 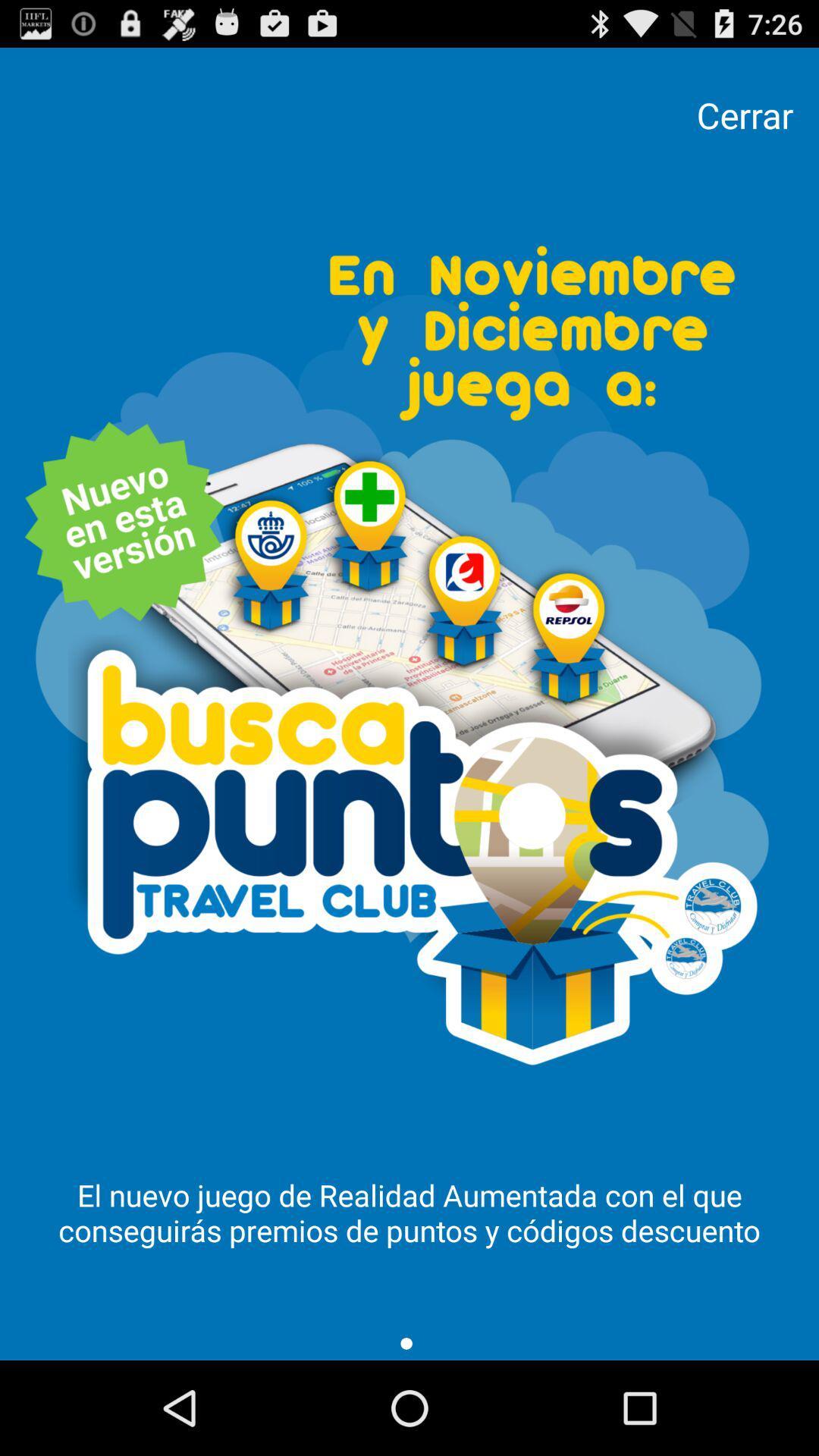 What do you see at coordinates (744, 115) in the screenshot?
I see `cerrar` at bounding box center [744, 115].